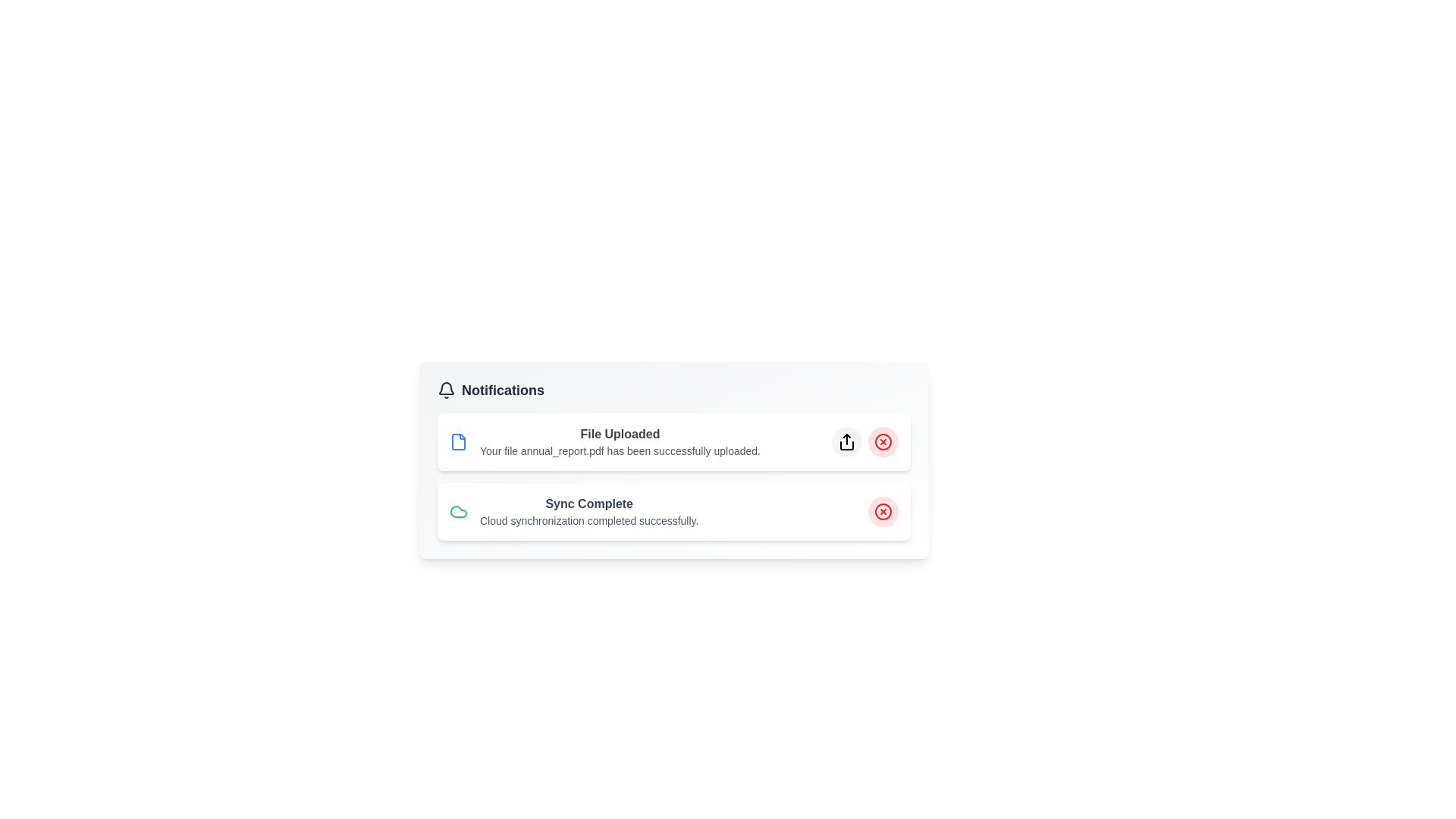  Describe the element at coordinates (446, 390) in the screenshot. I see `the SVG bell icon representing notifications, which is located to the left of the text 'Notifications'` at that location.